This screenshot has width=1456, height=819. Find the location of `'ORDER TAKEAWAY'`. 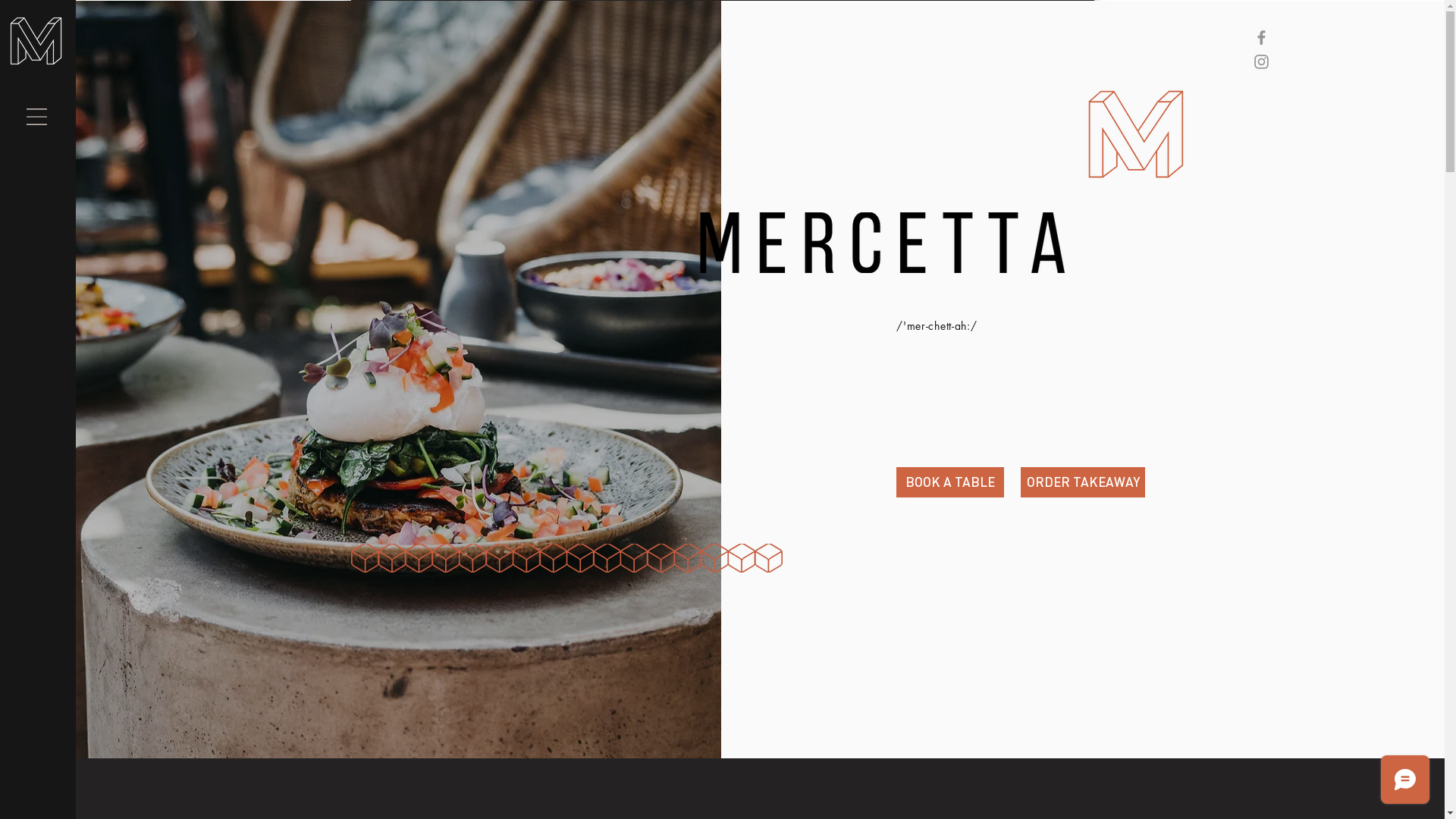

'ORDER TAKEAWAY' is located at coordinates (1082, 482).